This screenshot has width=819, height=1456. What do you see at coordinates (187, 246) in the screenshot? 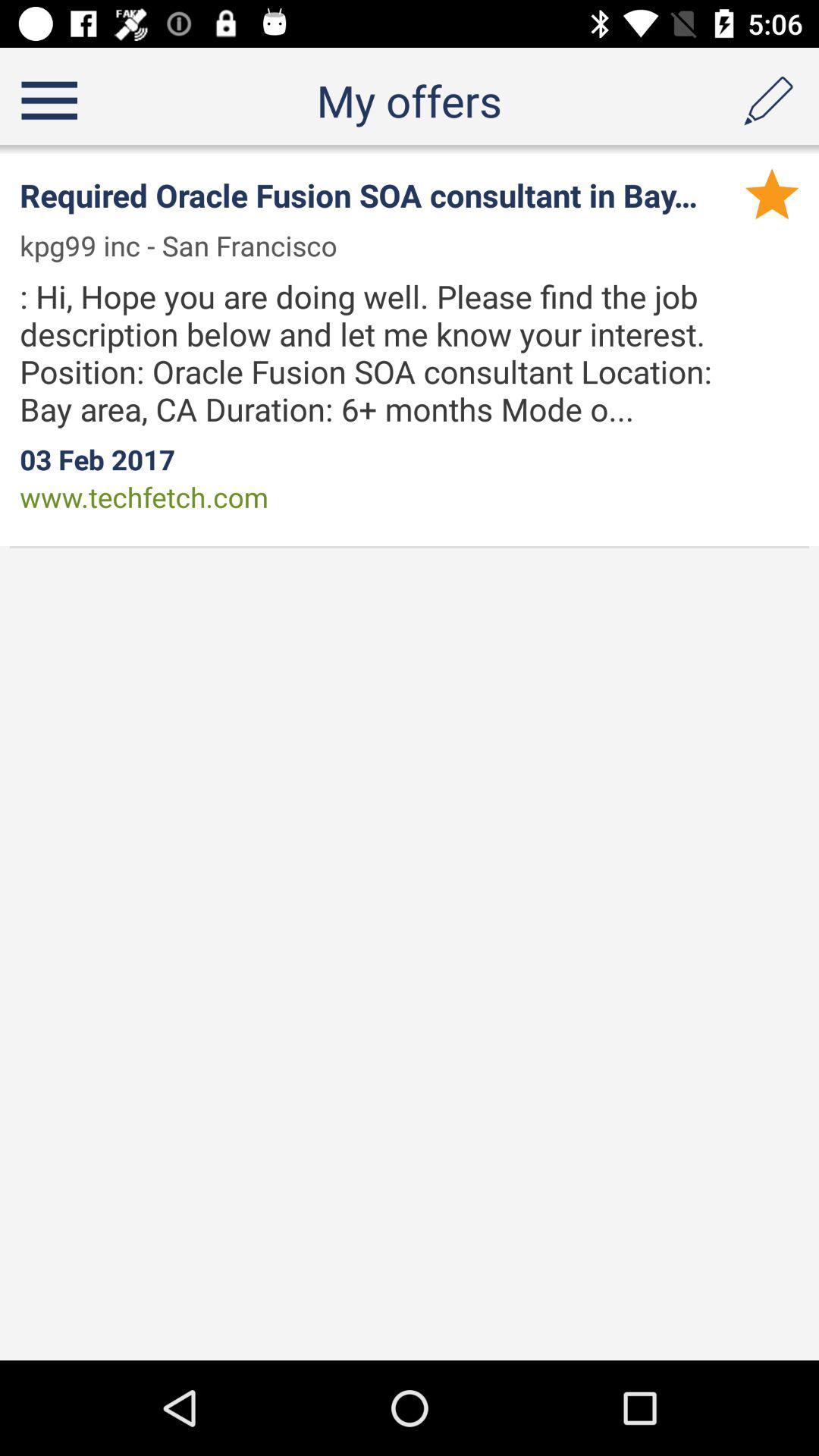
I see `app next to the w item` at bounding box center [187, 246].